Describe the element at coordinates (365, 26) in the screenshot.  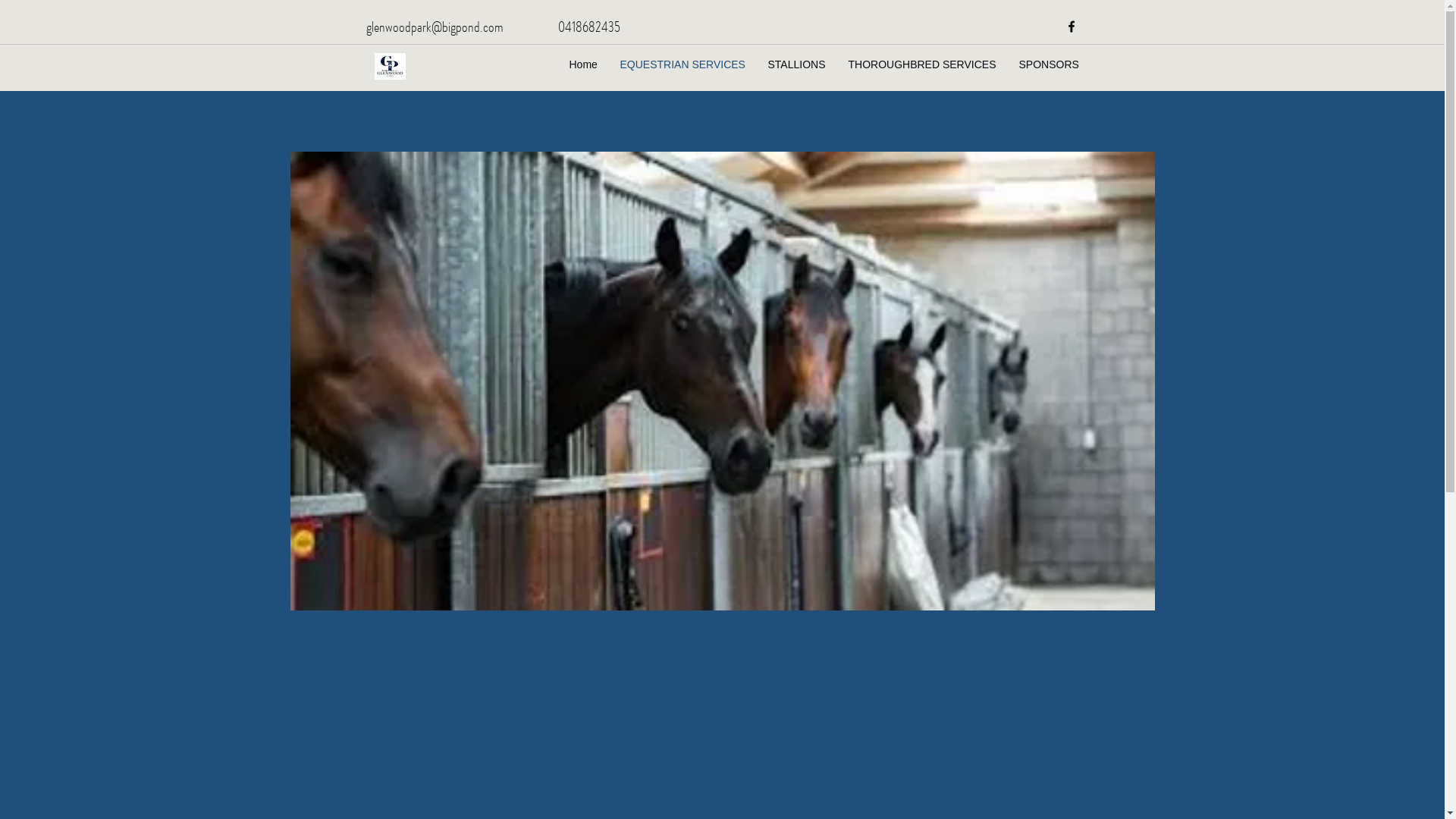
I see `'glenwoodpark@bigpond.com'` at that location.